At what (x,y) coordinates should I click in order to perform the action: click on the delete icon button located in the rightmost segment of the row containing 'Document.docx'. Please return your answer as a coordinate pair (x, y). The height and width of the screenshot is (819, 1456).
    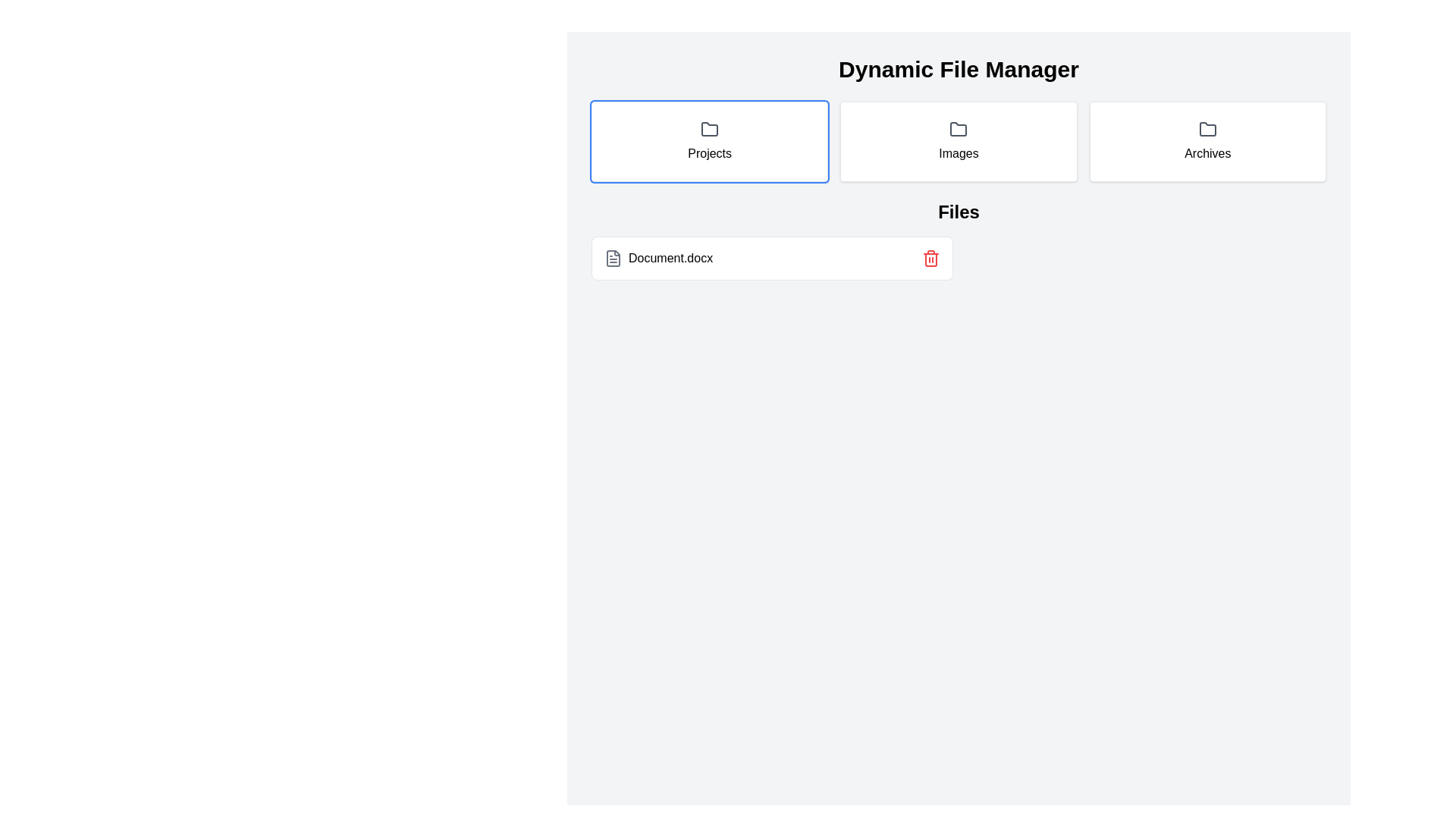
    Looking at the image, I should click on (930, 257).